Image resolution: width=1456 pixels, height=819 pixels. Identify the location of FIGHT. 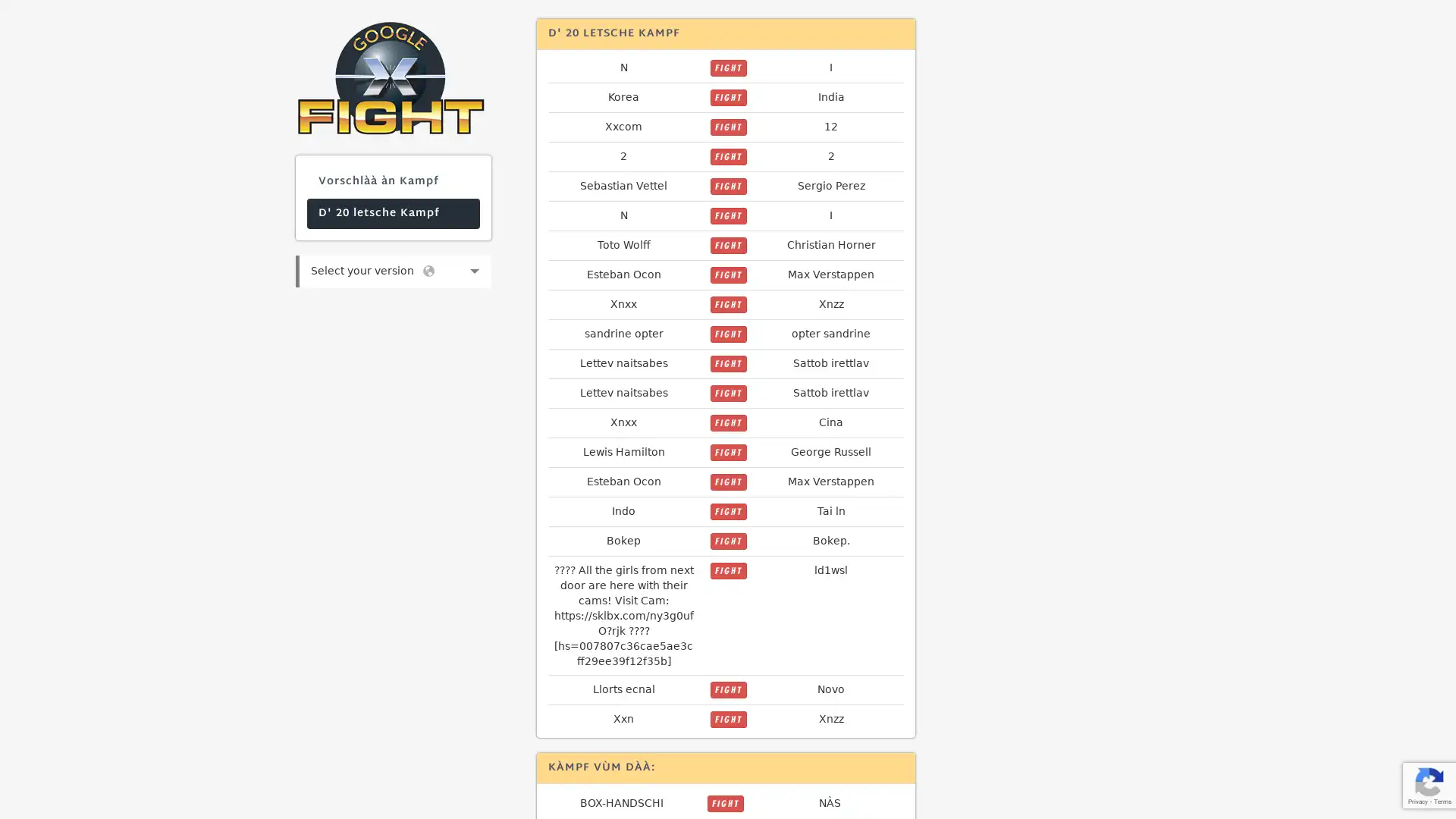
(728, 512).